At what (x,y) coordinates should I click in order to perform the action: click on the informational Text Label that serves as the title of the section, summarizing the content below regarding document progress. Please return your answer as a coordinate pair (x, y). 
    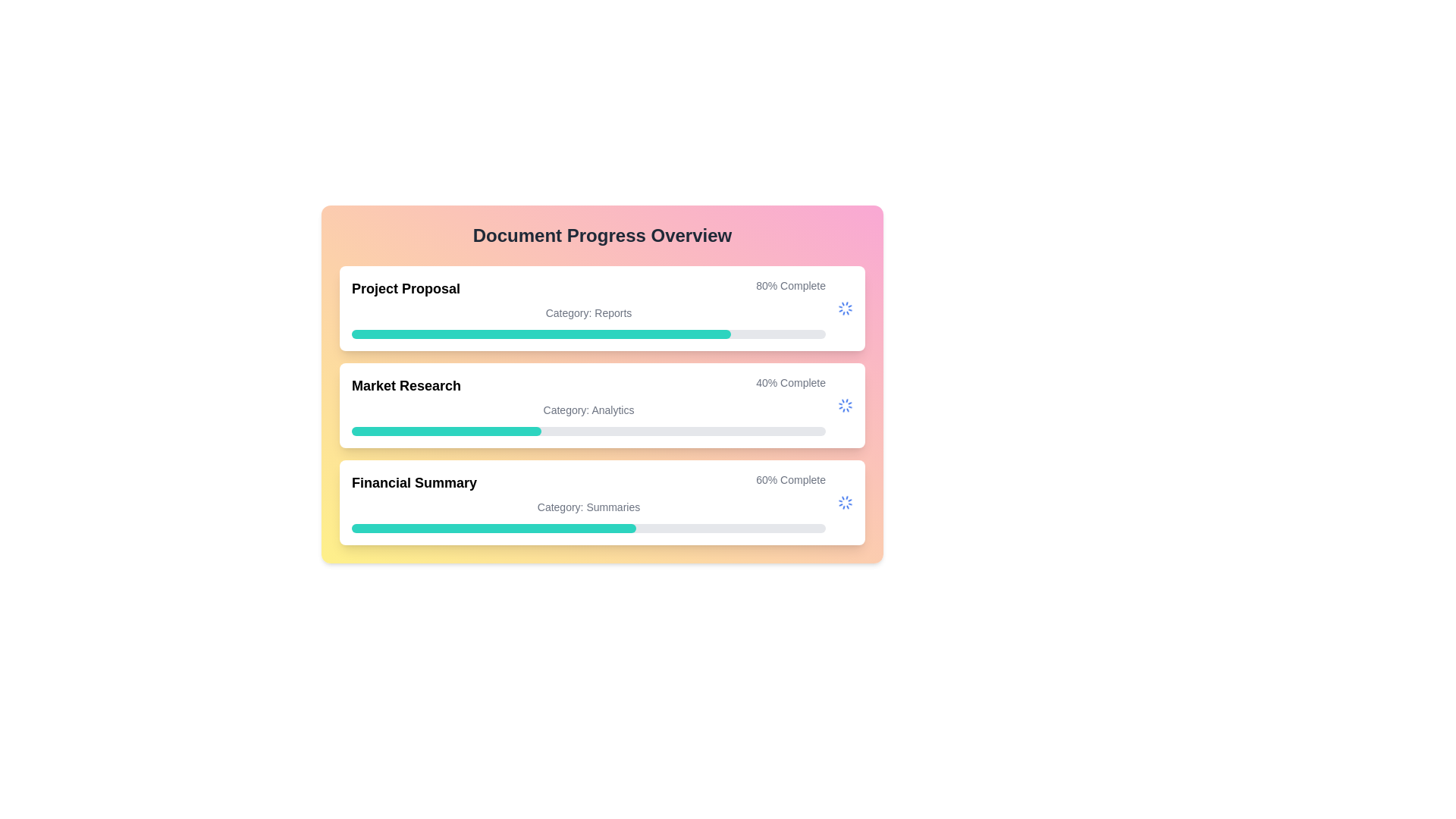
    Looking at the image, I should click on (601, 236).